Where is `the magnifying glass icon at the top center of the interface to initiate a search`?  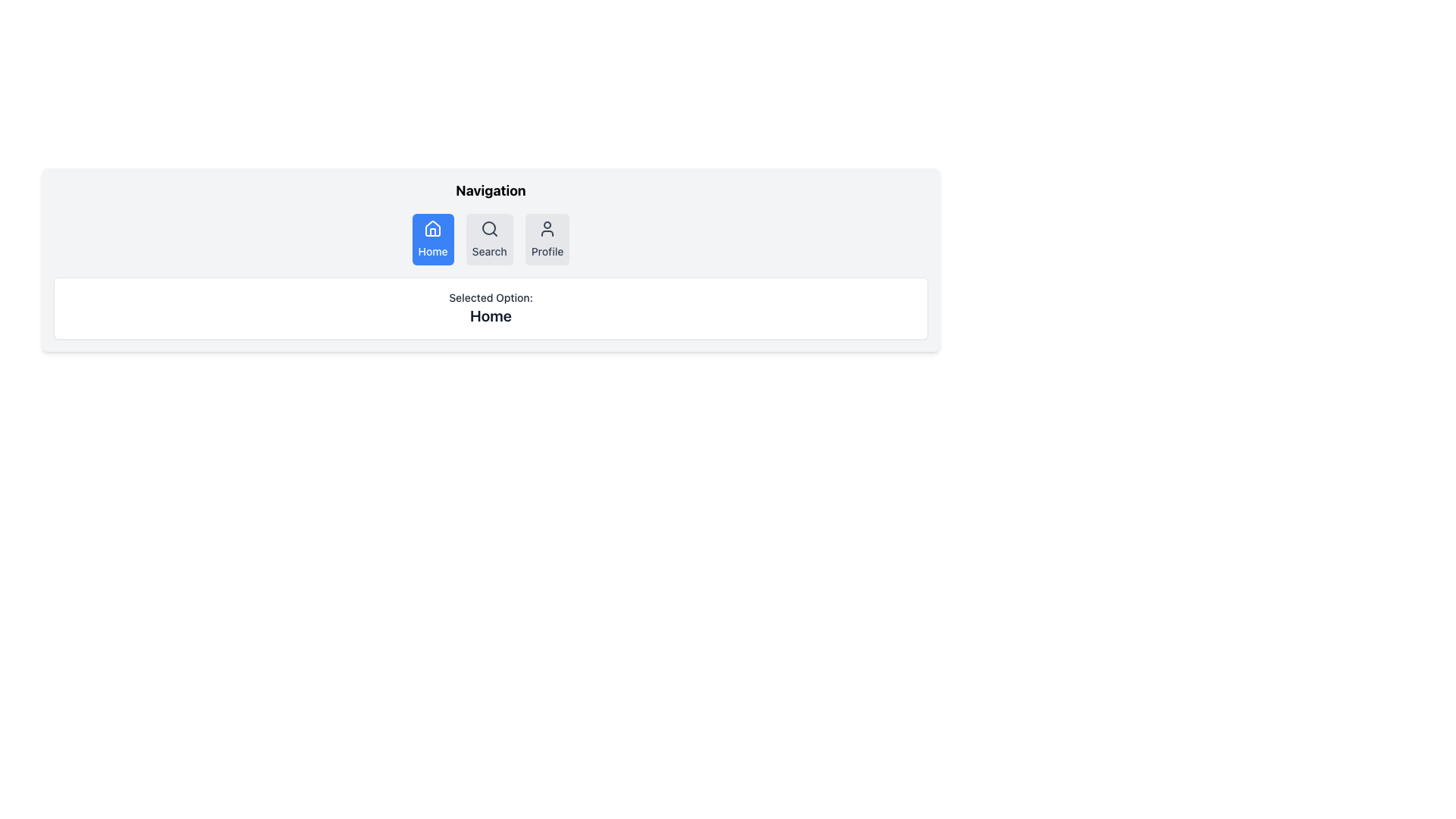
the magnifying glass icon at the top center of the interface to initiate a search is located at coordinates (489, 228).